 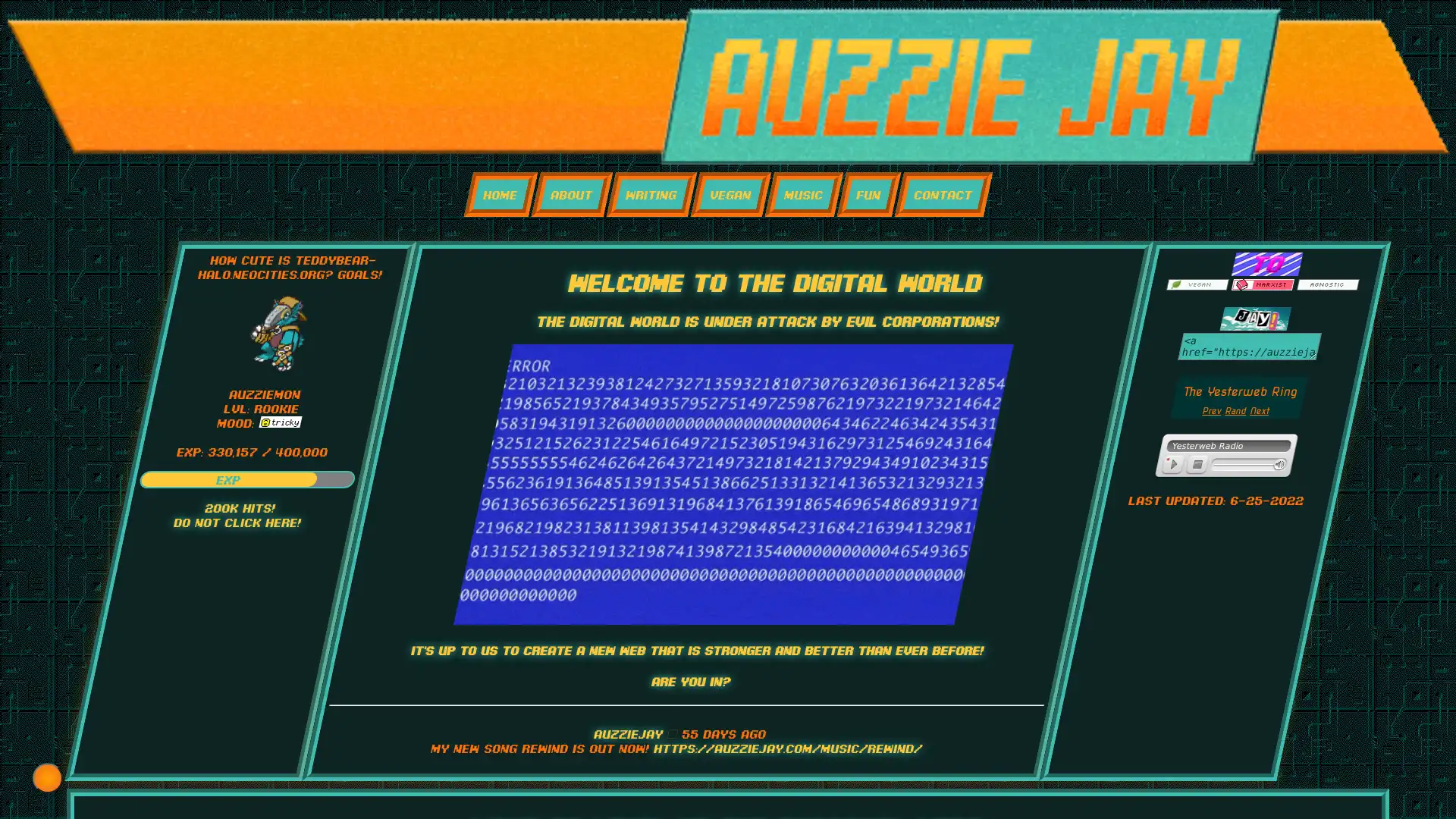 I want to click on ABOUT, so click(x=570, y=193).